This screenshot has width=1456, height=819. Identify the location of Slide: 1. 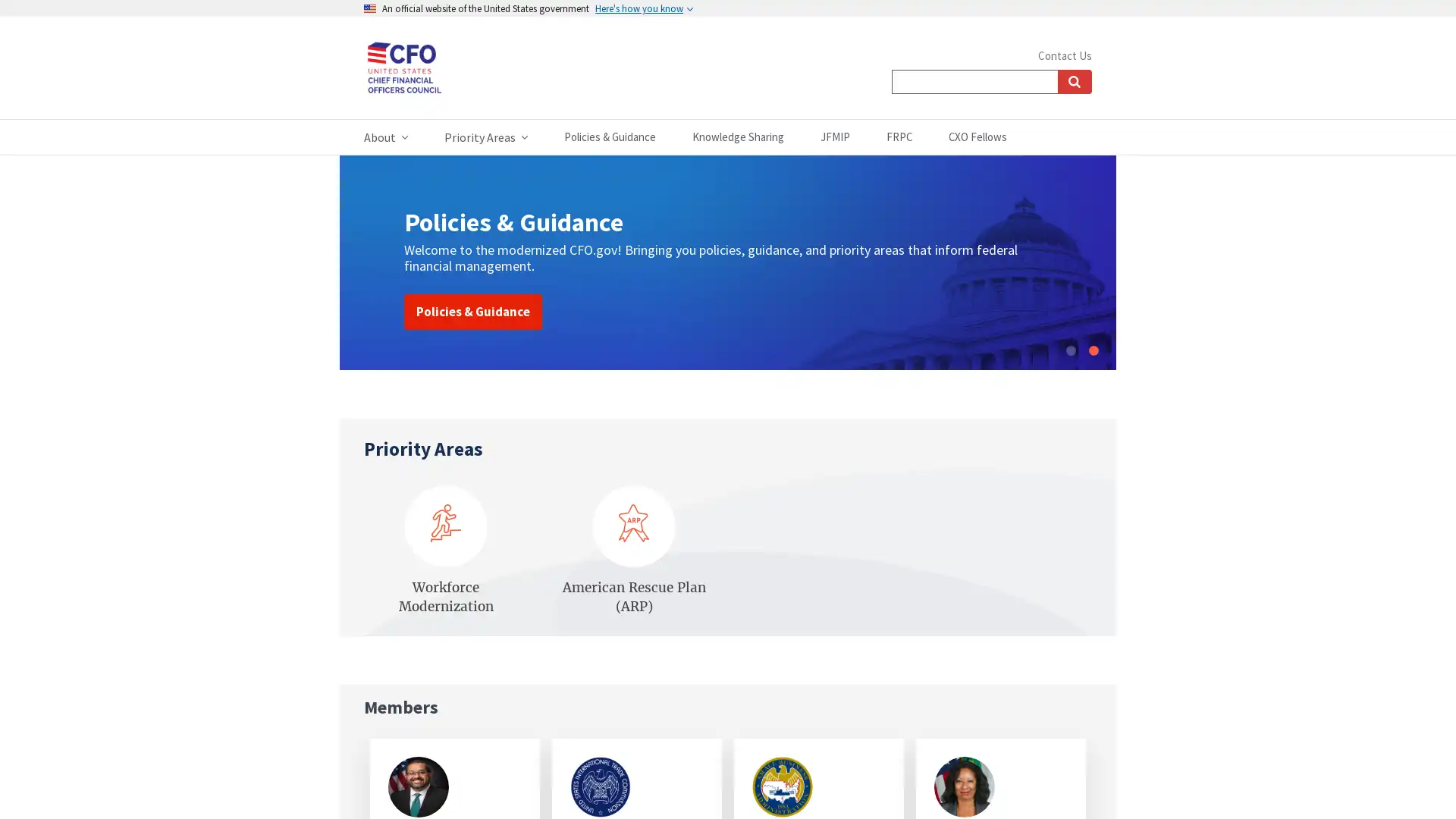
(1069, 350).